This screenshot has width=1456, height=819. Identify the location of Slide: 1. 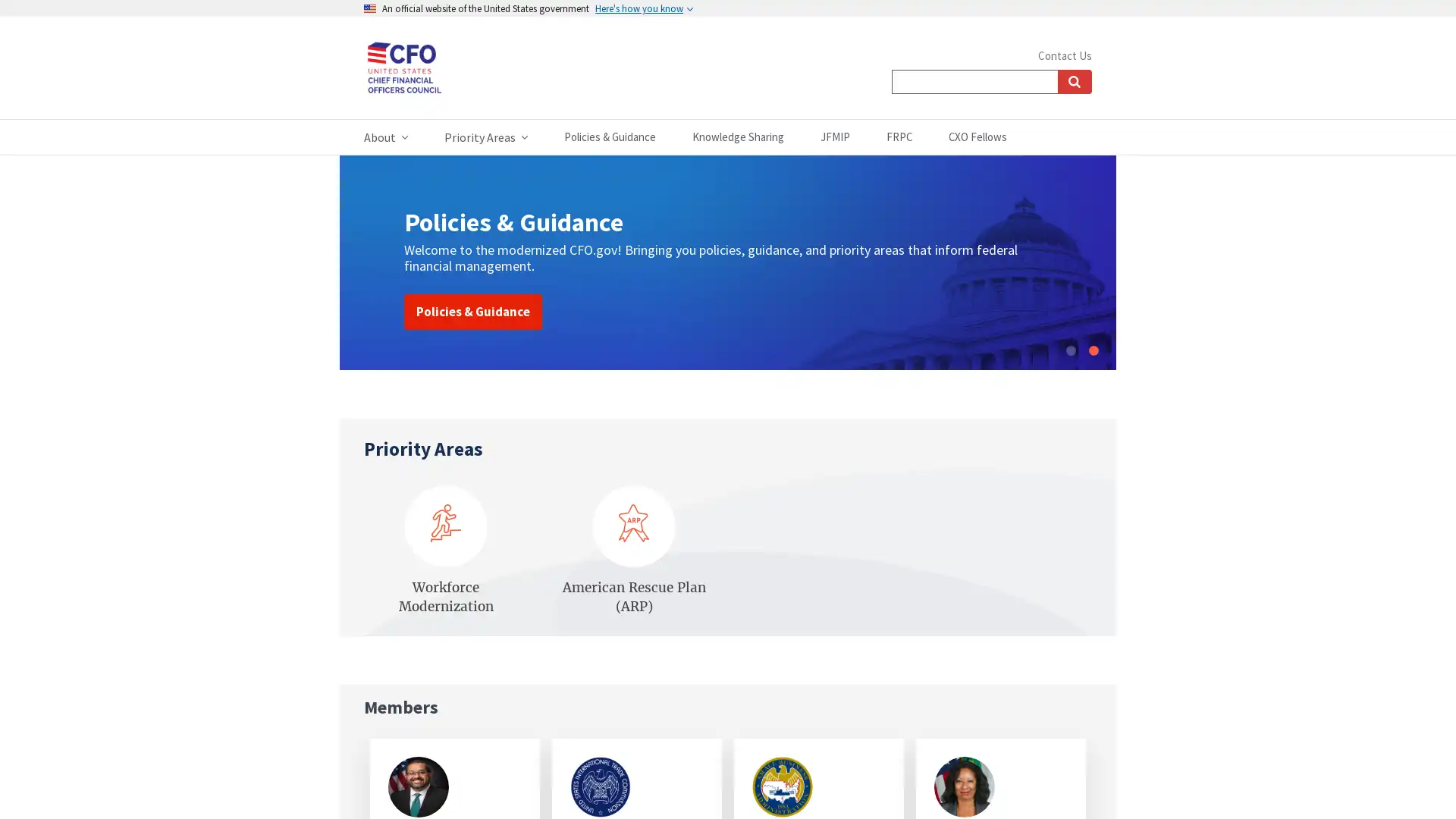
(1069, 350).